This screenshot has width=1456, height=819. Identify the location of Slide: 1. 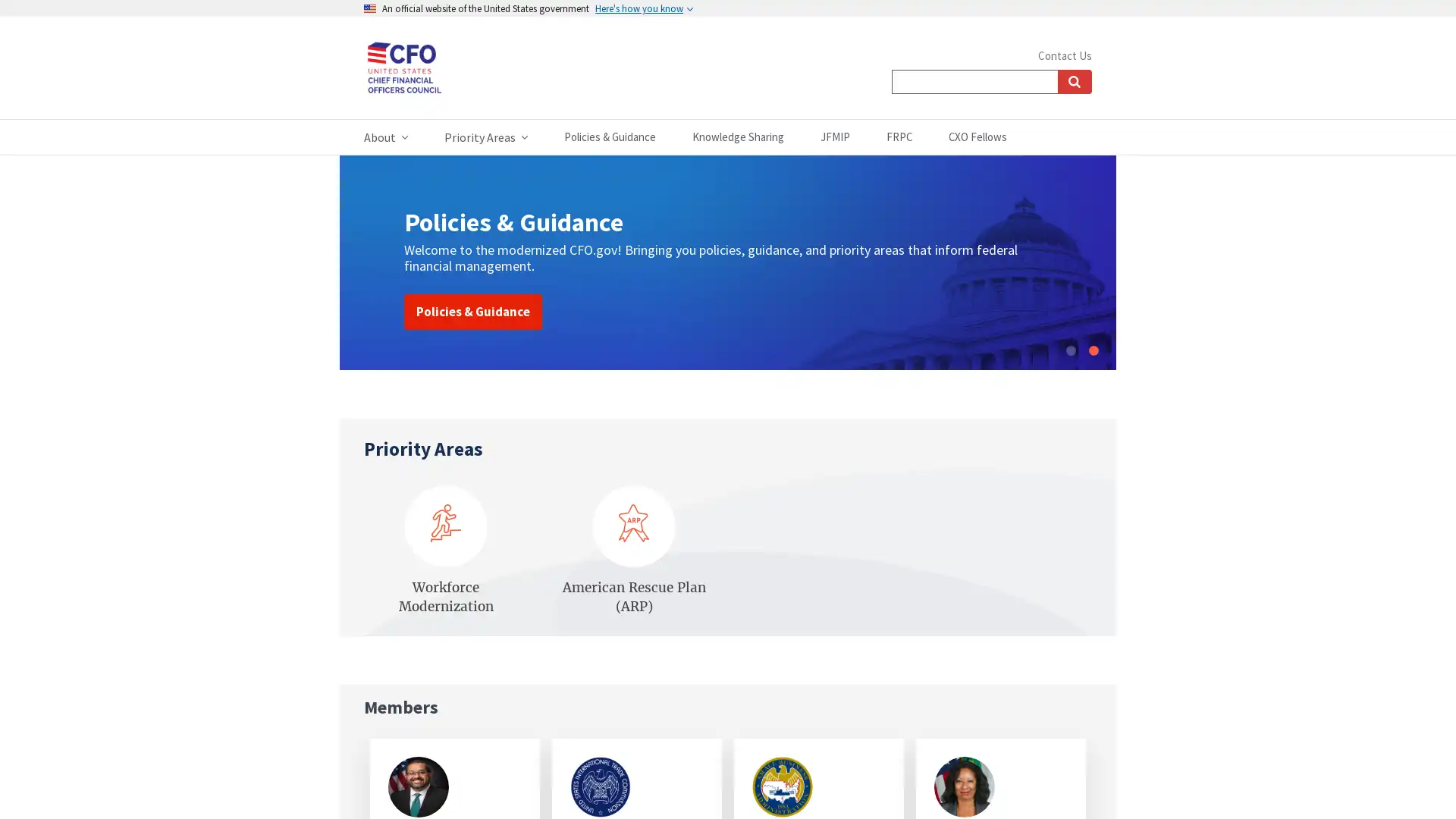
(1069, 350).